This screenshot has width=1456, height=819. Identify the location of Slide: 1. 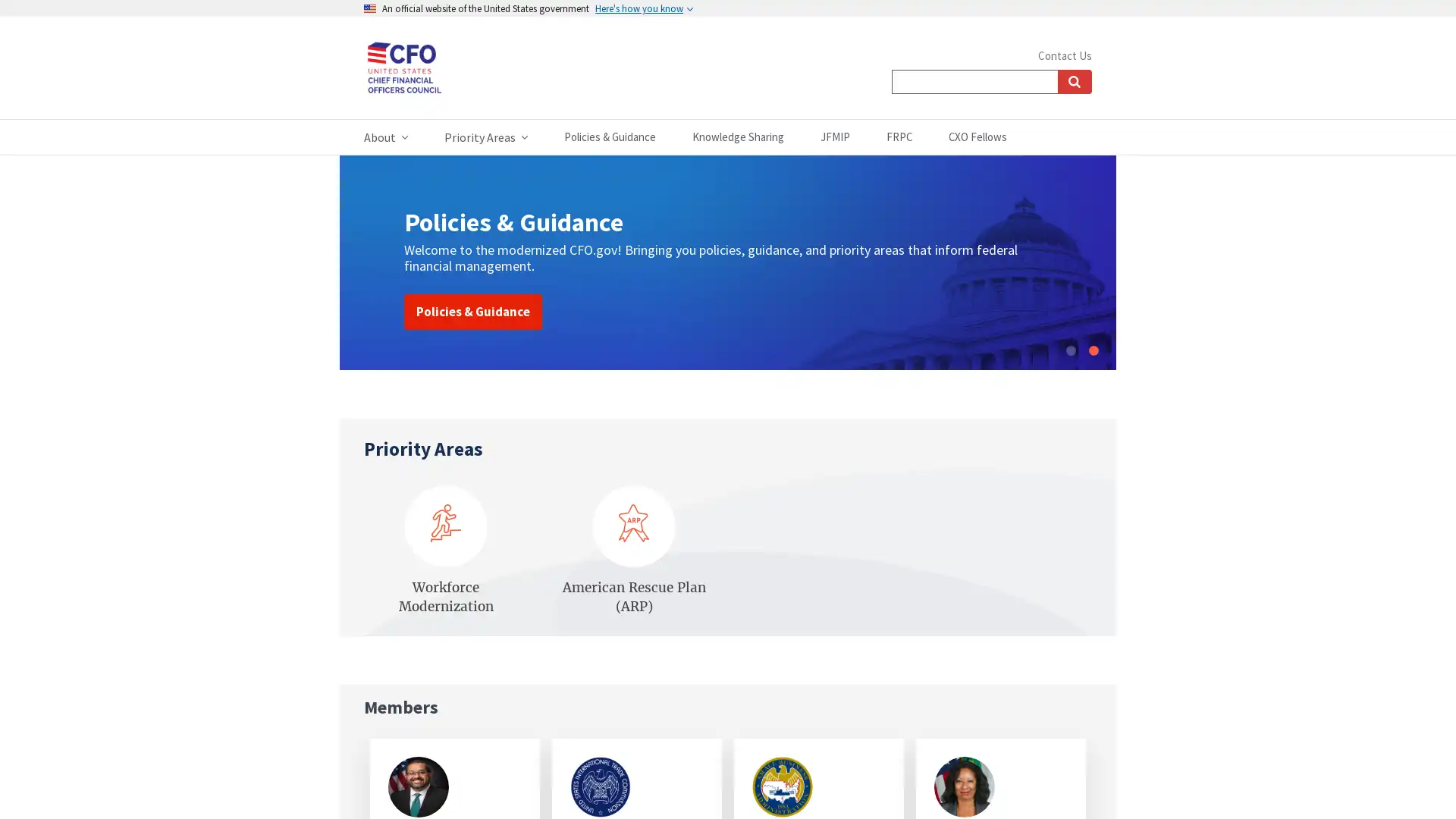
(1069, 350).